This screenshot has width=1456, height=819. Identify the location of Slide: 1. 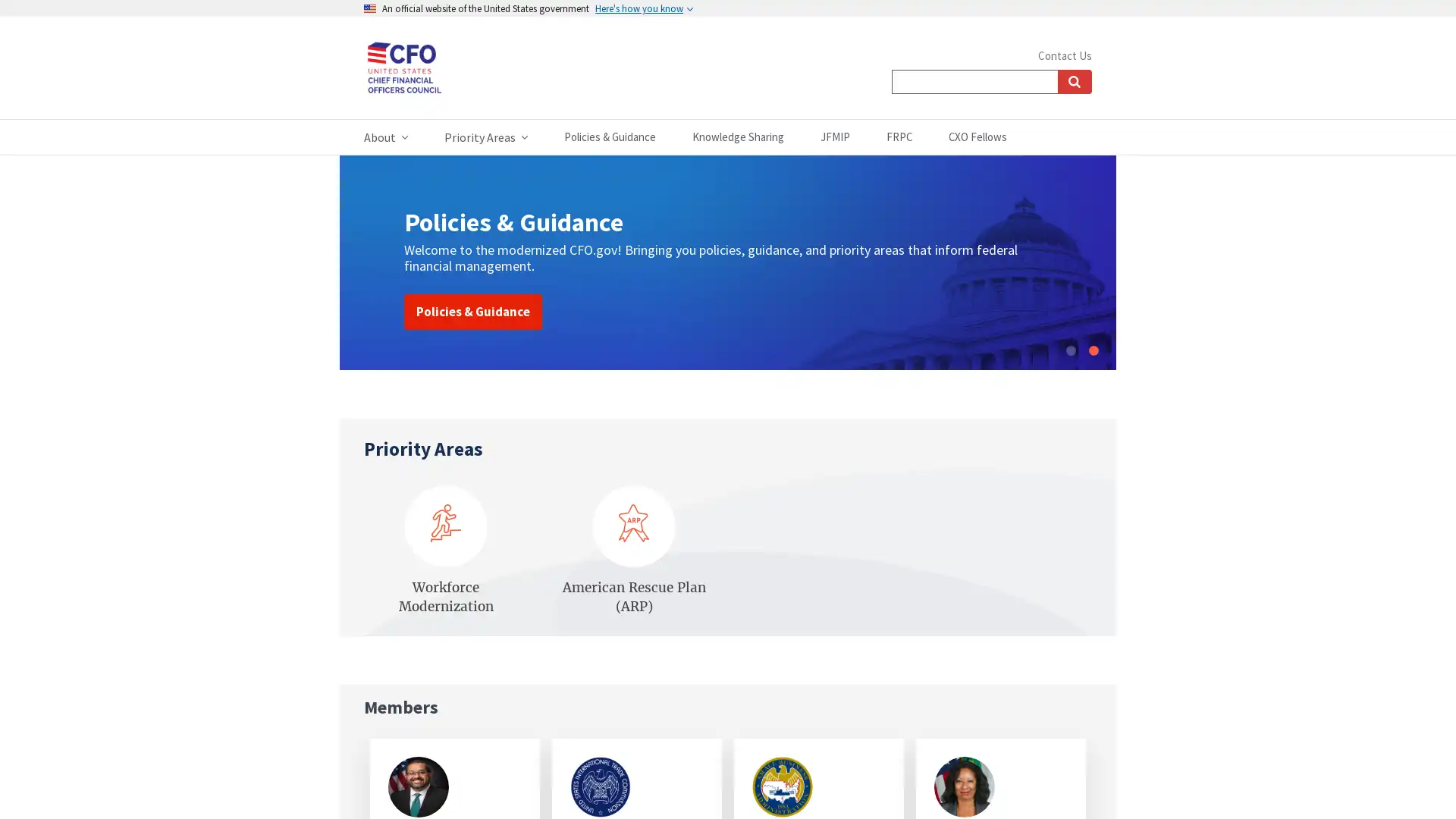
(1069, 350).